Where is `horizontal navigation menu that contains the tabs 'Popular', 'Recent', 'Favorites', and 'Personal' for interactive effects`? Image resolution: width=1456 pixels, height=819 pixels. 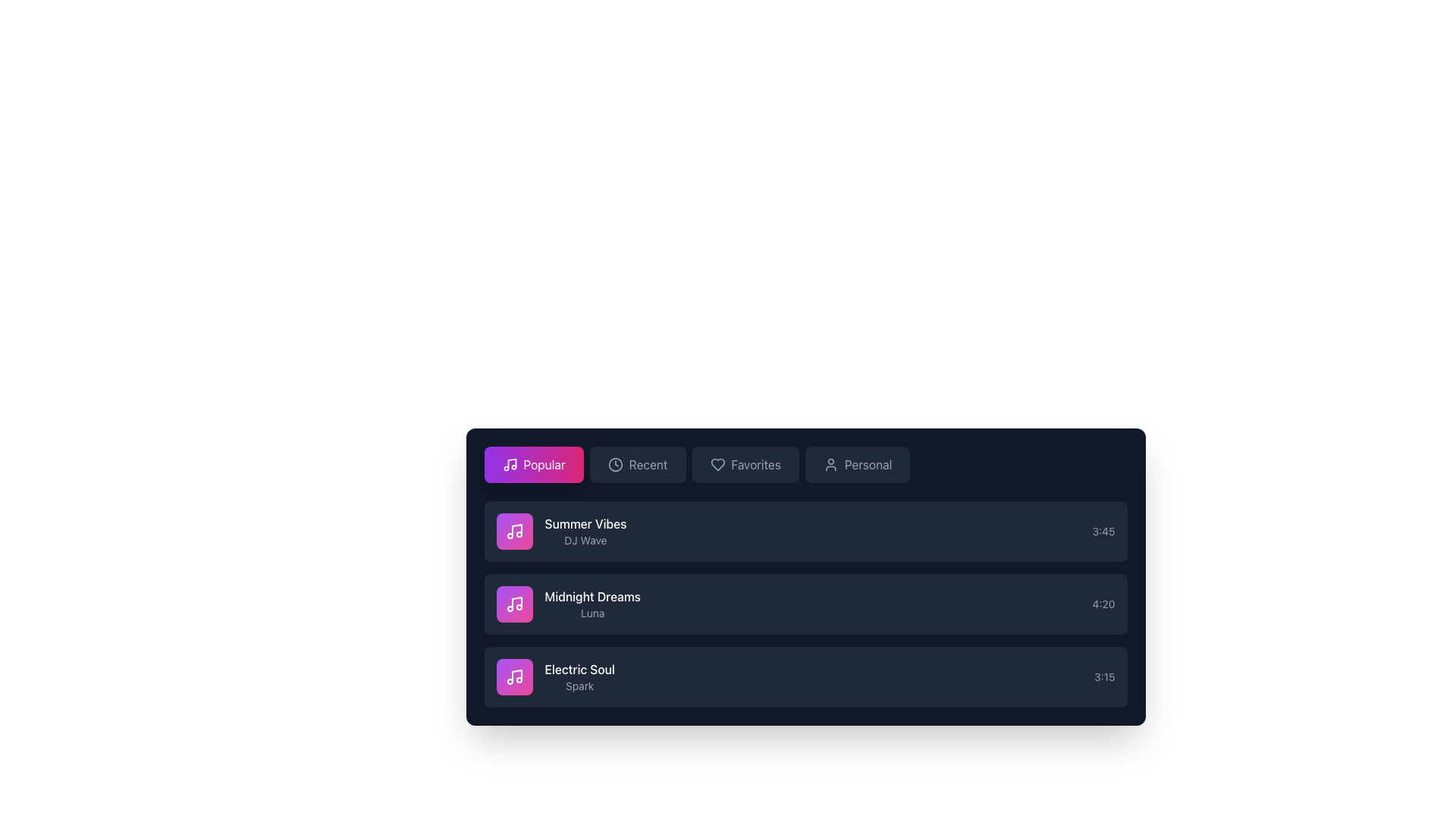 horizontal navigation menu that contains the tabs 'Popular', 'Recent', 'Favorites', and 'Personal' for interactive effects is located at coordinates (805, 464).